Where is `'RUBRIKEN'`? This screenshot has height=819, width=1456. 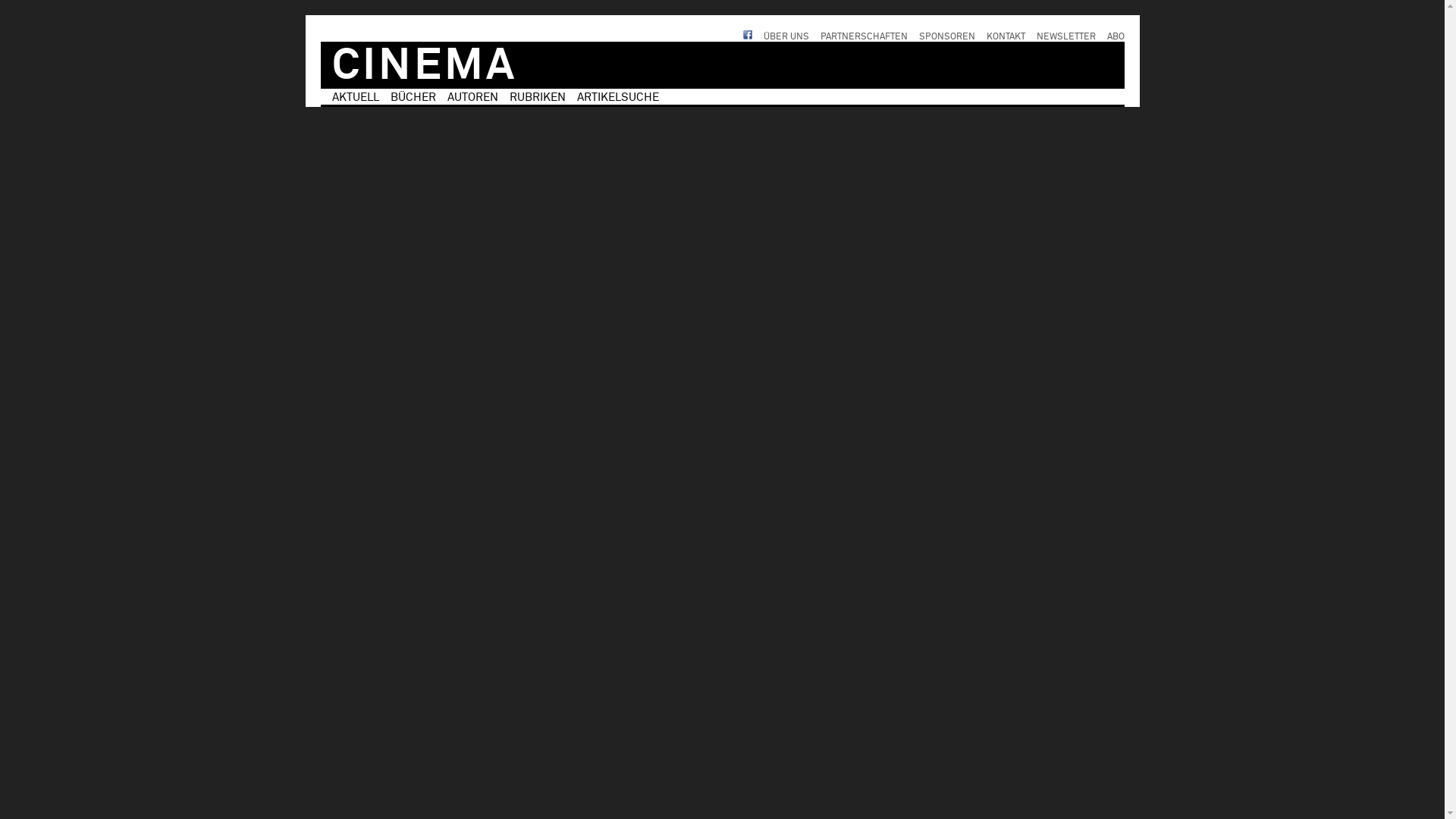 'RUBRIKEN' is located at coordinates (510, 97).